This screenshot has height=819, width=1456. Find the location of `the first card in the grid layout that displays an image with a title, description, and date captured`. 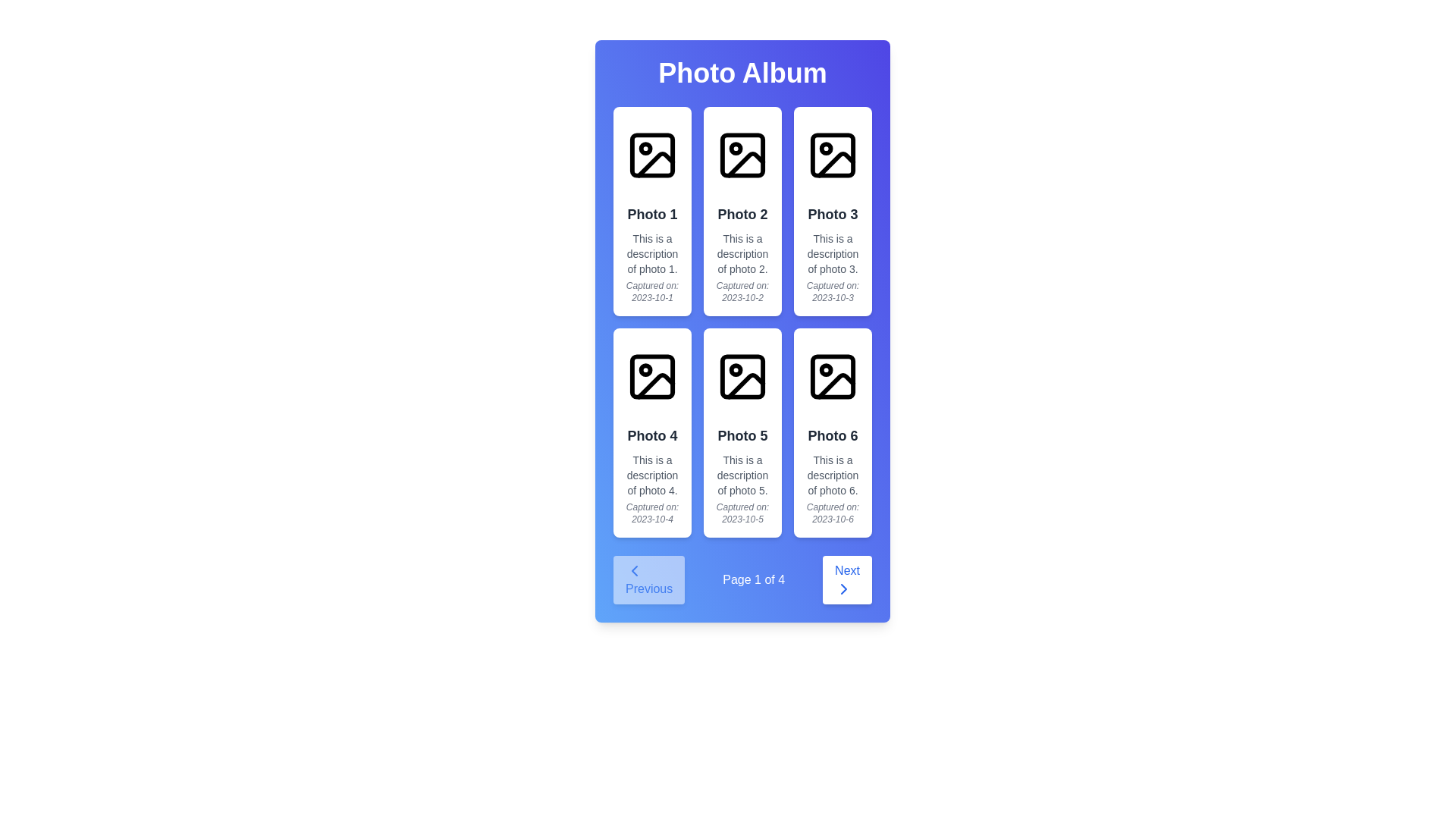

the first card in the grid layout that displays an image with a title, description, and date captured is located at coordinates (652, 211).